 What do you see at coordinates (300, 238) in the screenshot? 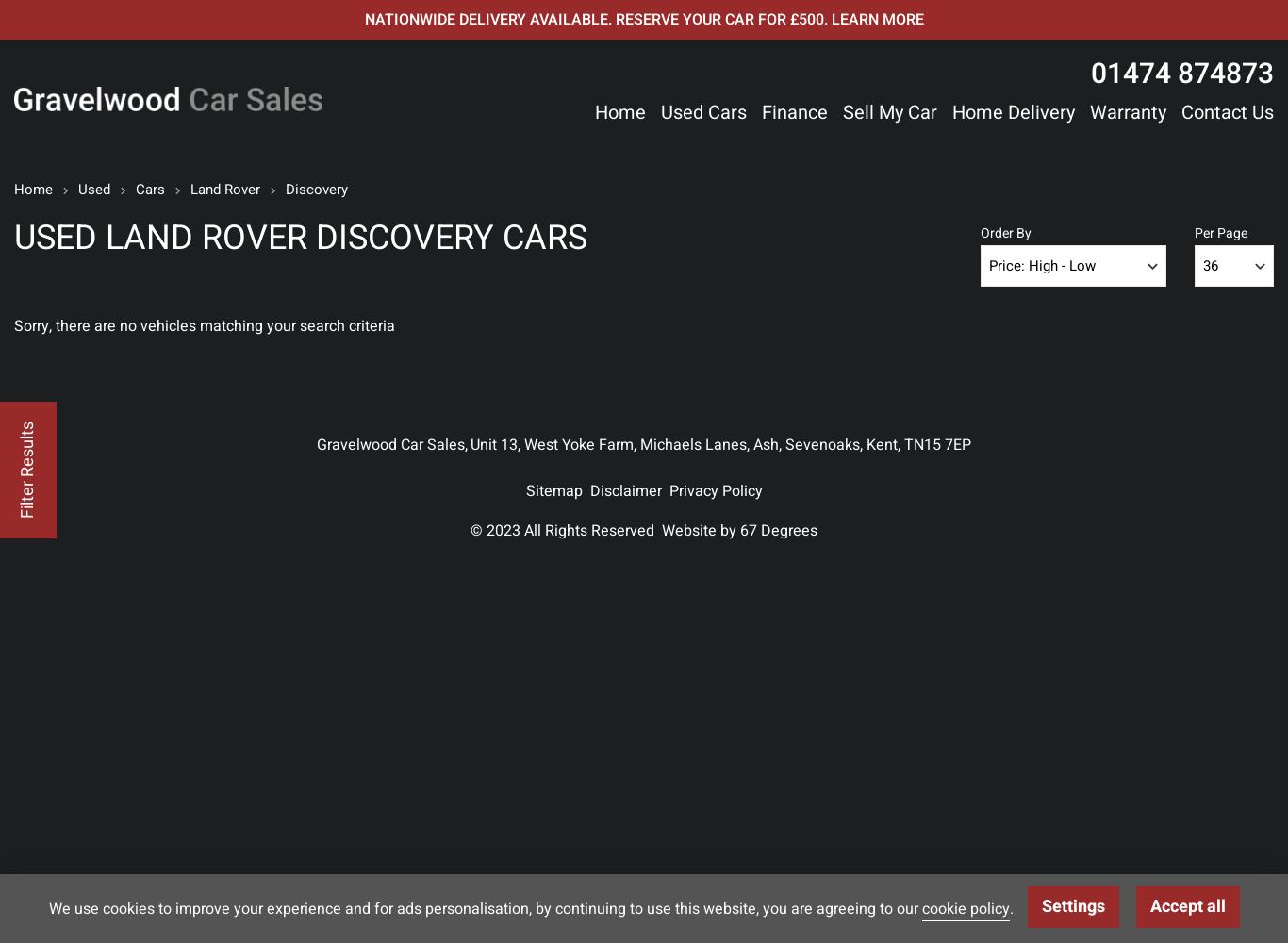
I see `'Used Land Rover Discovery Cars'` at bounding box center [300, 238].